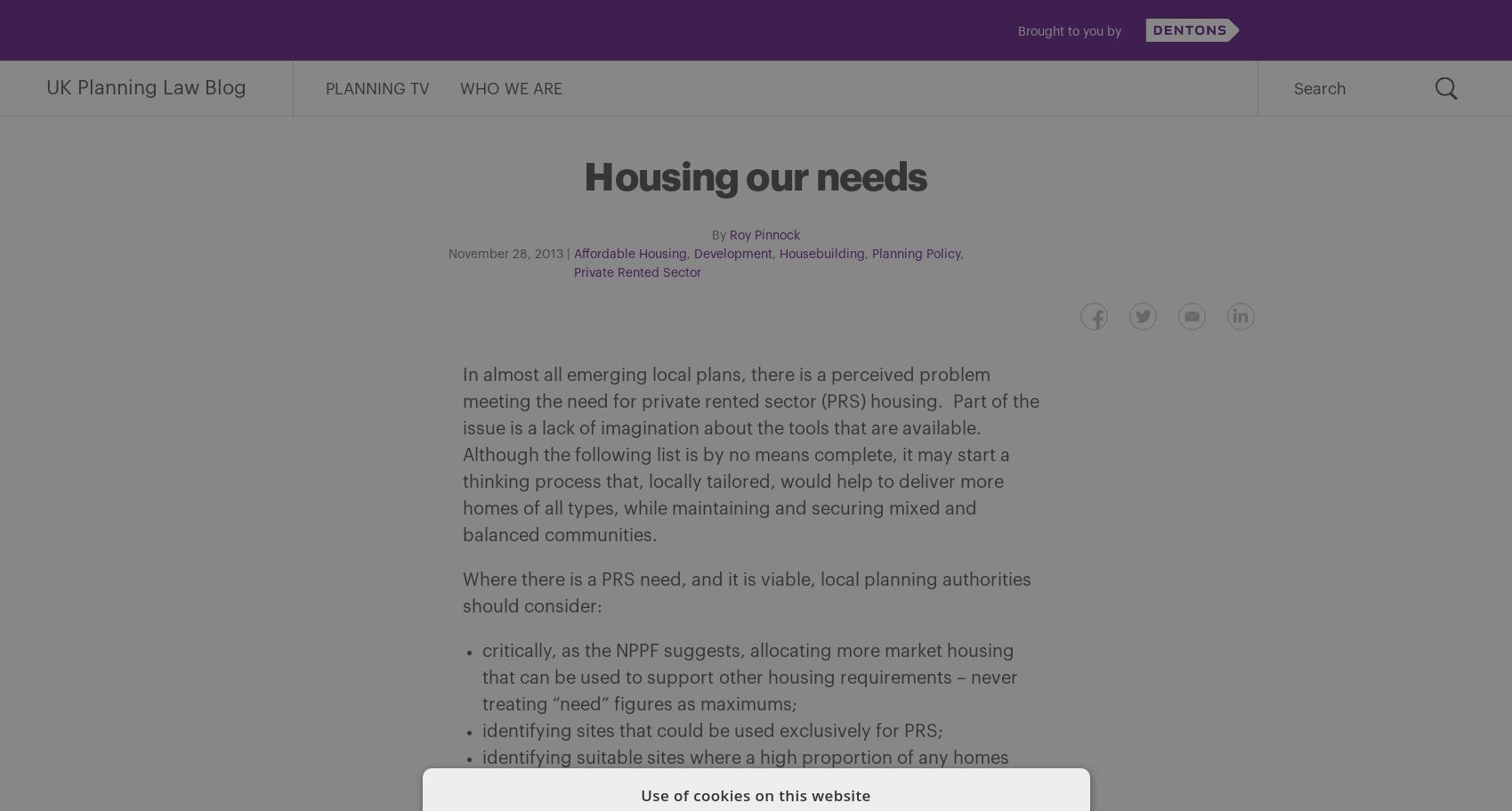  I want to click on 'Housing our needs', so click(755, 176).